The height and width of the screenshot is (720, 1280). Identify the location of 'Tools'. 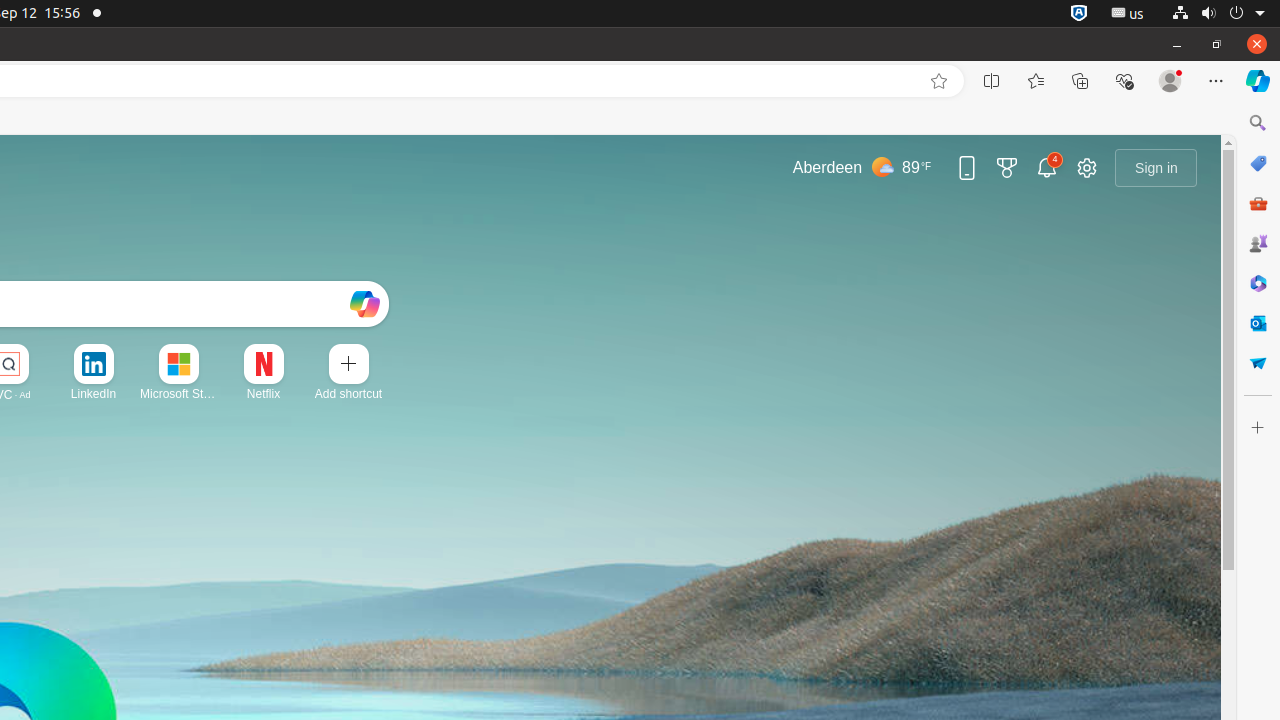
(1256, 202).